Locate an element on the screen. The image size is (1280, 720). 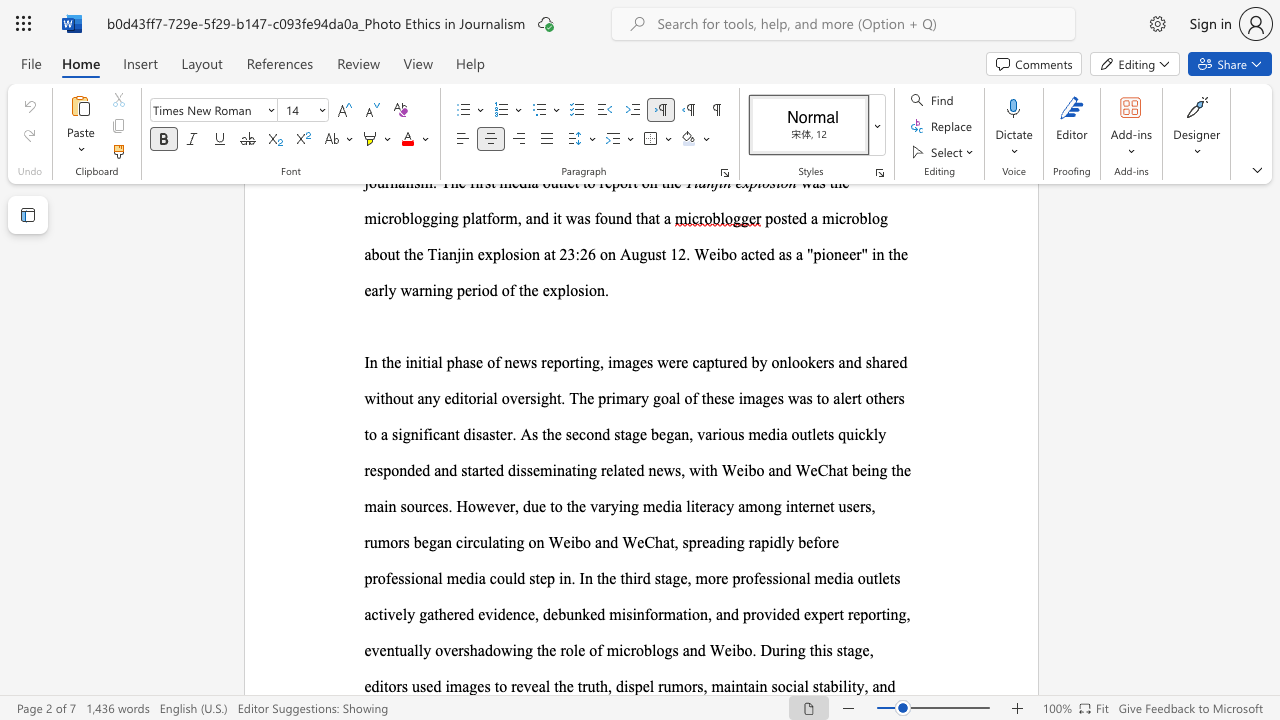
the subset text "ly before professional media could step in. In the third stage, more professional media outlets actively gathered evidence, debunked misinformation, and provided expert reporting, eventually overshadowing the role of microblogs and Weibo. Dur" within the text "related news, with Weibo and WeChat being the main sources. However, due to the varying media literacy among internet users, rumors began circulating on Weibo and WeChat, spreading rapidly before professional media could step in. In the third stage, more professional media outlets actively gathered evidence, debunked misinformation, and provided expert reporting, eventually overshadowing the role of microblogs and Weibo. During this stage, editors used images to reveal the truth, dispel rumors," is located at coordinates (780, 542).